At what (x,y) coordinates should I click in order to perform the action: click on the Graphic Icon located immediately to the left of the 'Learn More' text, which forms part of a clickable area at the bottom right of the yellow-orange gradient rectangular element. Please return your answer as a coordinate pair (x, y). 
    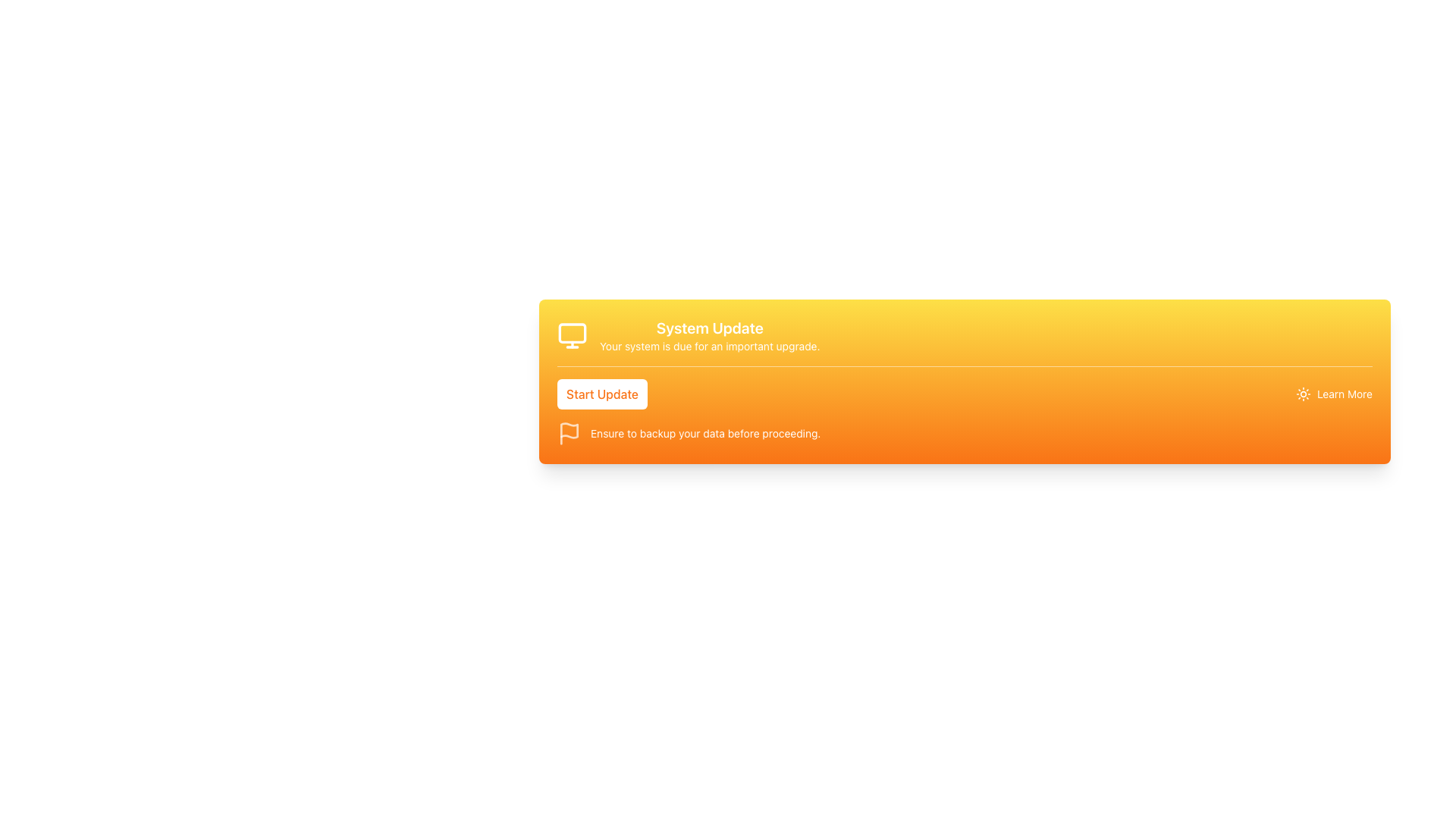
    Looking at the image, I should click on (1302, 394).